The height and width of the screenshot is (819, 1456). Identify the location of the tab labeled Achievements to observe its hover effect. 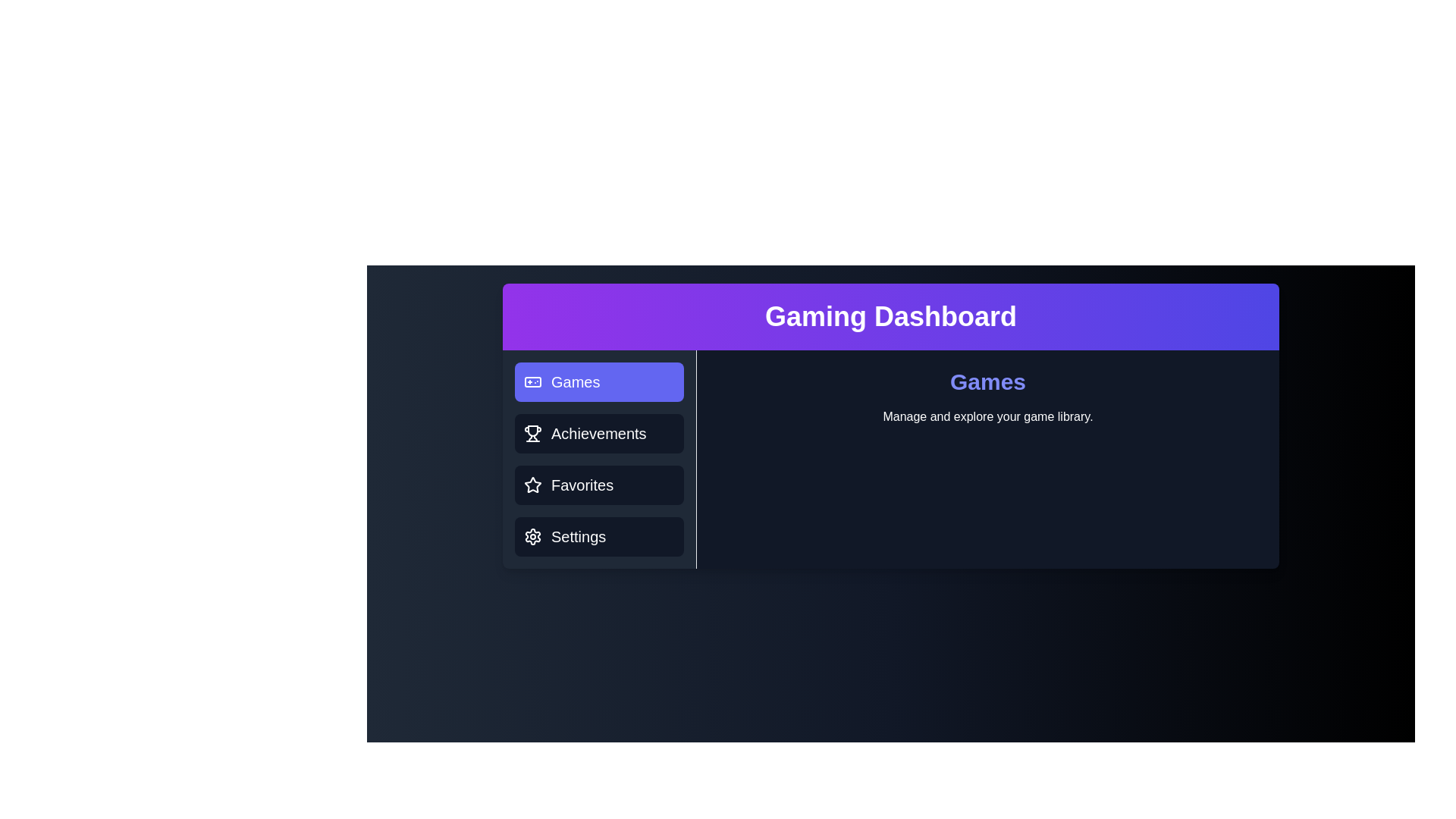
(598, 433).